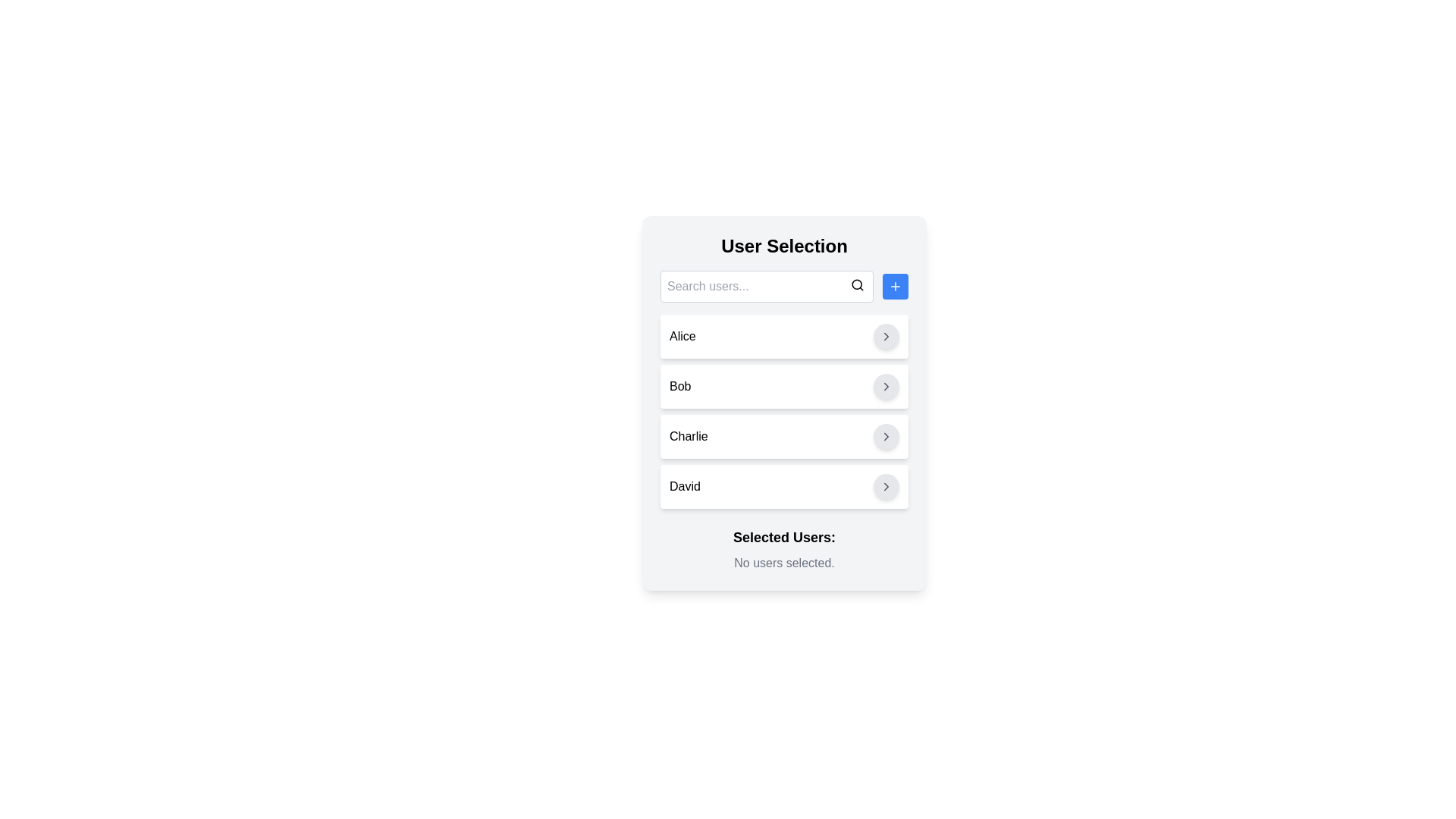 Image resolution: width=1456 pixels, height=819 pixels. What do you see at coordinates (886, 436) in the screenshot?
I see `the Icon Button (Chevron Right) associated with the list item 'Charlie' to prepare for interaction` at bounding box center [886, 436].